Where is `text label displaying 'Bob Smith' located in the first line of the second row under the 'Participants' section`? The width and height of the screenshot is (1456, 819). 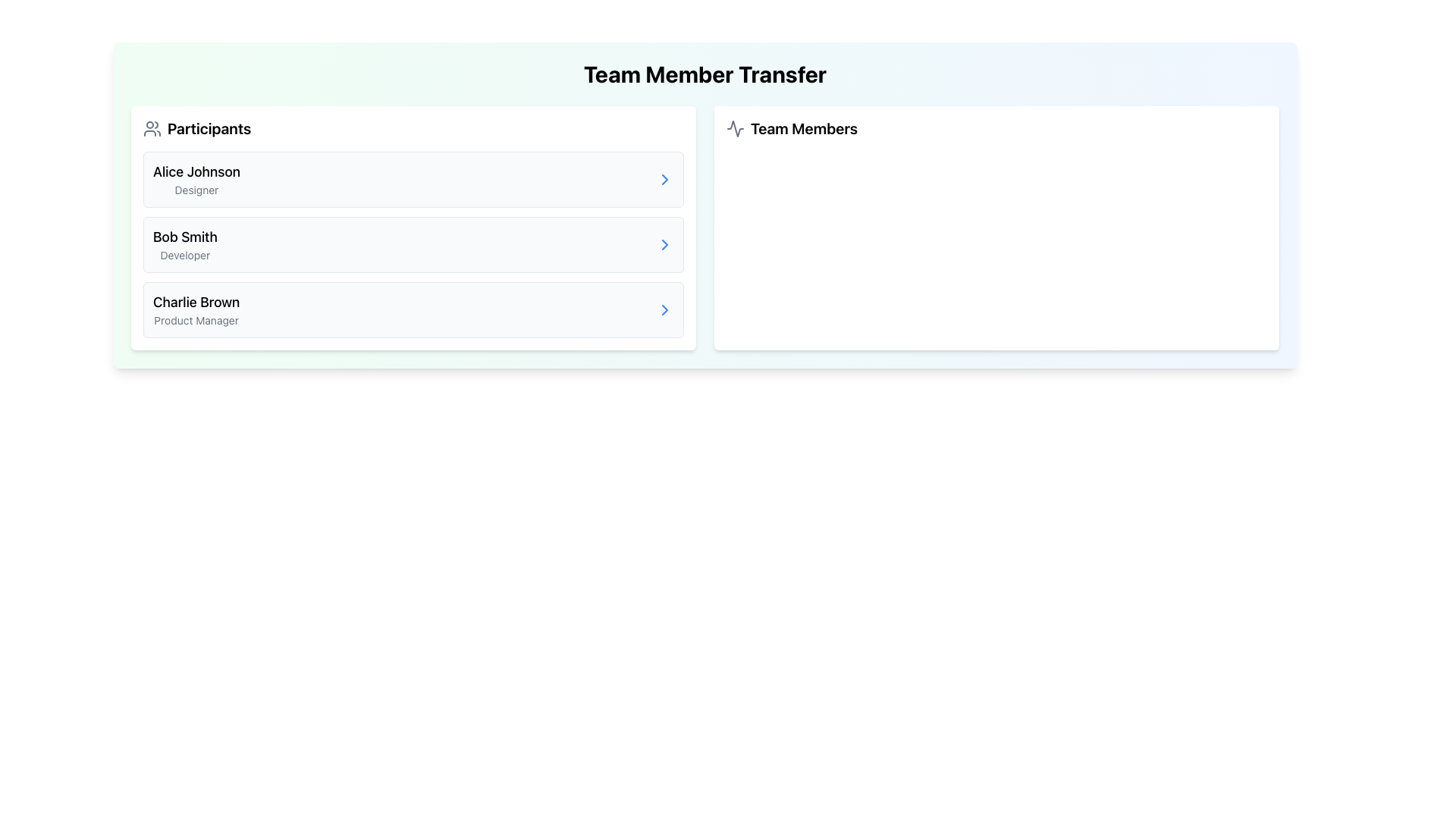 text label displaying 'Bob Smith' located in the first line of the second row under the 'Participants' section is located at coordinates (184, 237).